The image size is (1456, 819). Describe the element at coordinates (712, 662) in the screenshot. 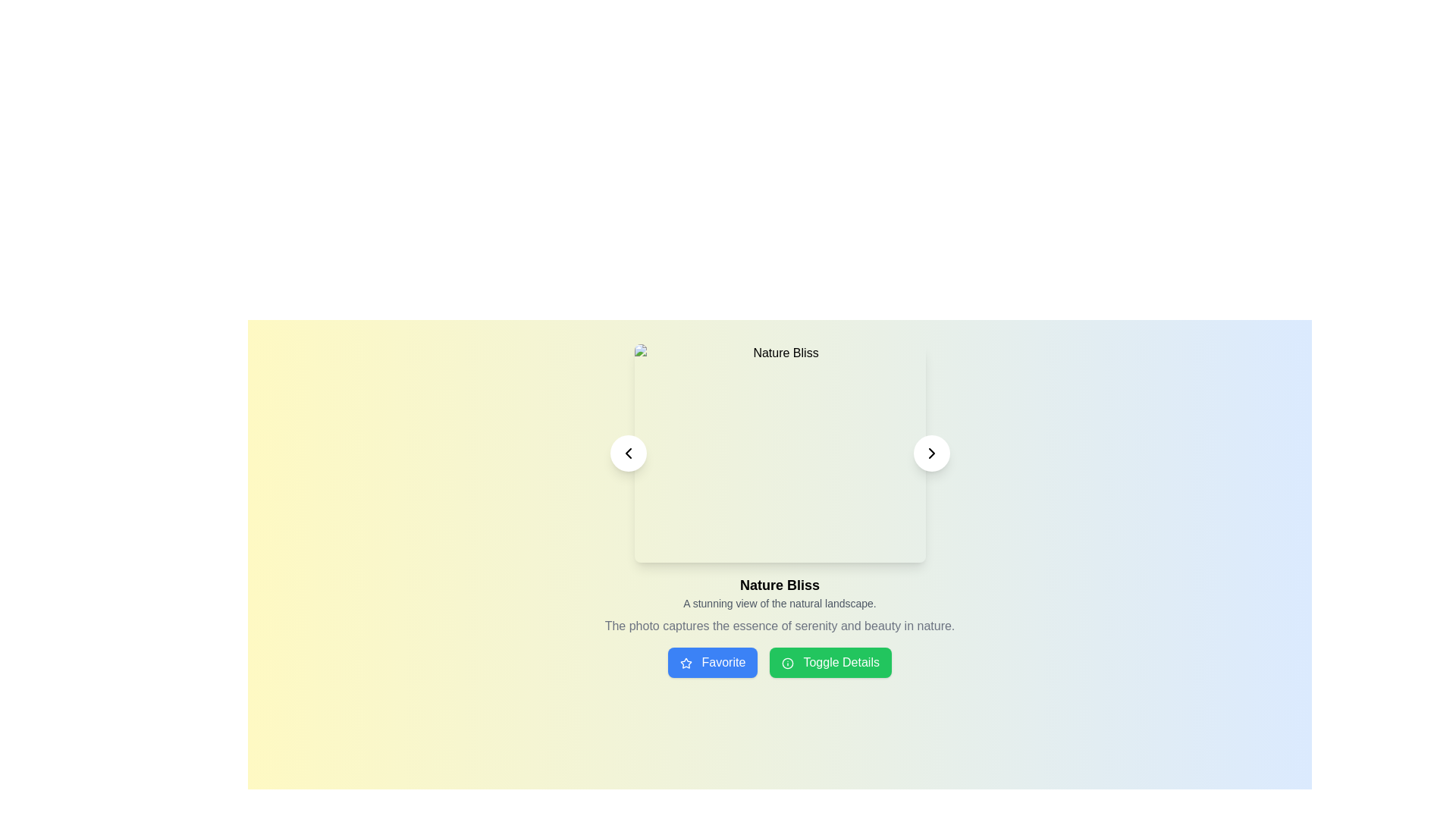

I see `the prominent blue 'Favorite' button with rounded edges and a star icon for visual feedback` at that location.